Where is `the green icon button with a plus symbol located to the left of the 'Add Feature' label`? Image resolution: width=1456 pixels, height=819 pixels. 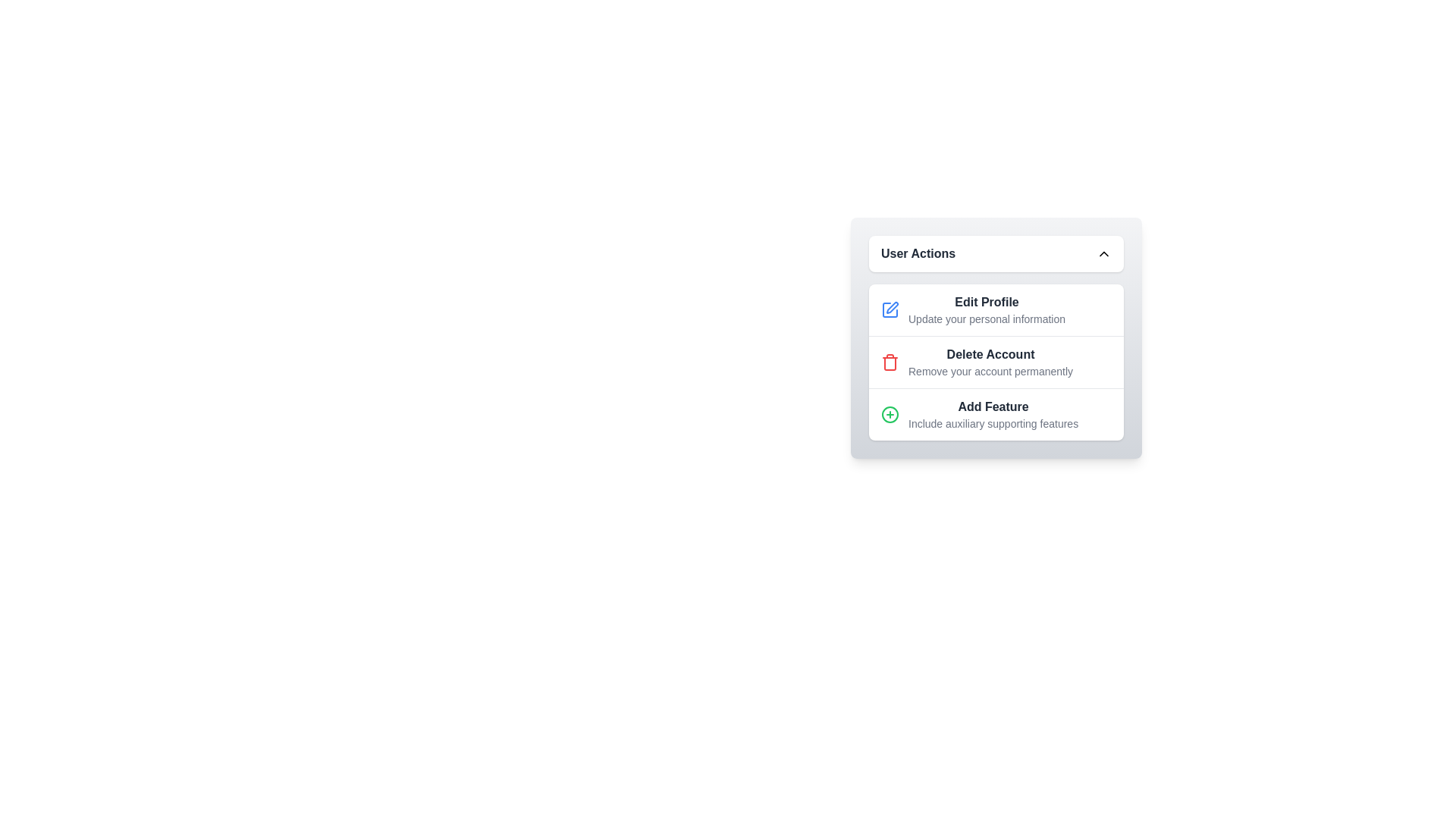
the green icon button with a plus symbol located to the left of the 'Add Feature' label is located at coordinates (890, 415).